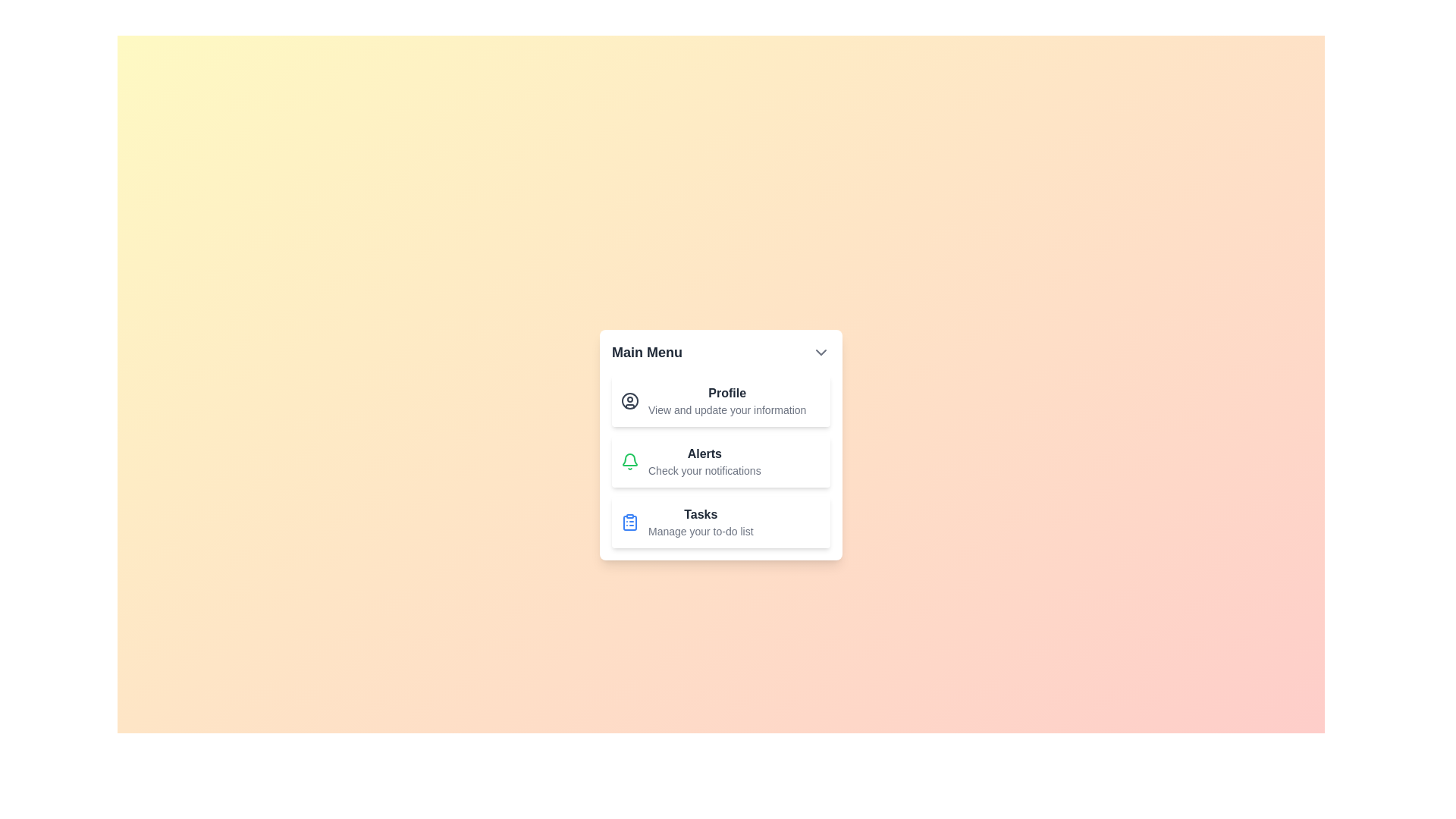 This screenshot has width=1456, height=819. What do you see at coordinates (720, 461) in the screenshot?
I see `the menu item 'Alerts' to highlight it` at bounding box center [720, 461].